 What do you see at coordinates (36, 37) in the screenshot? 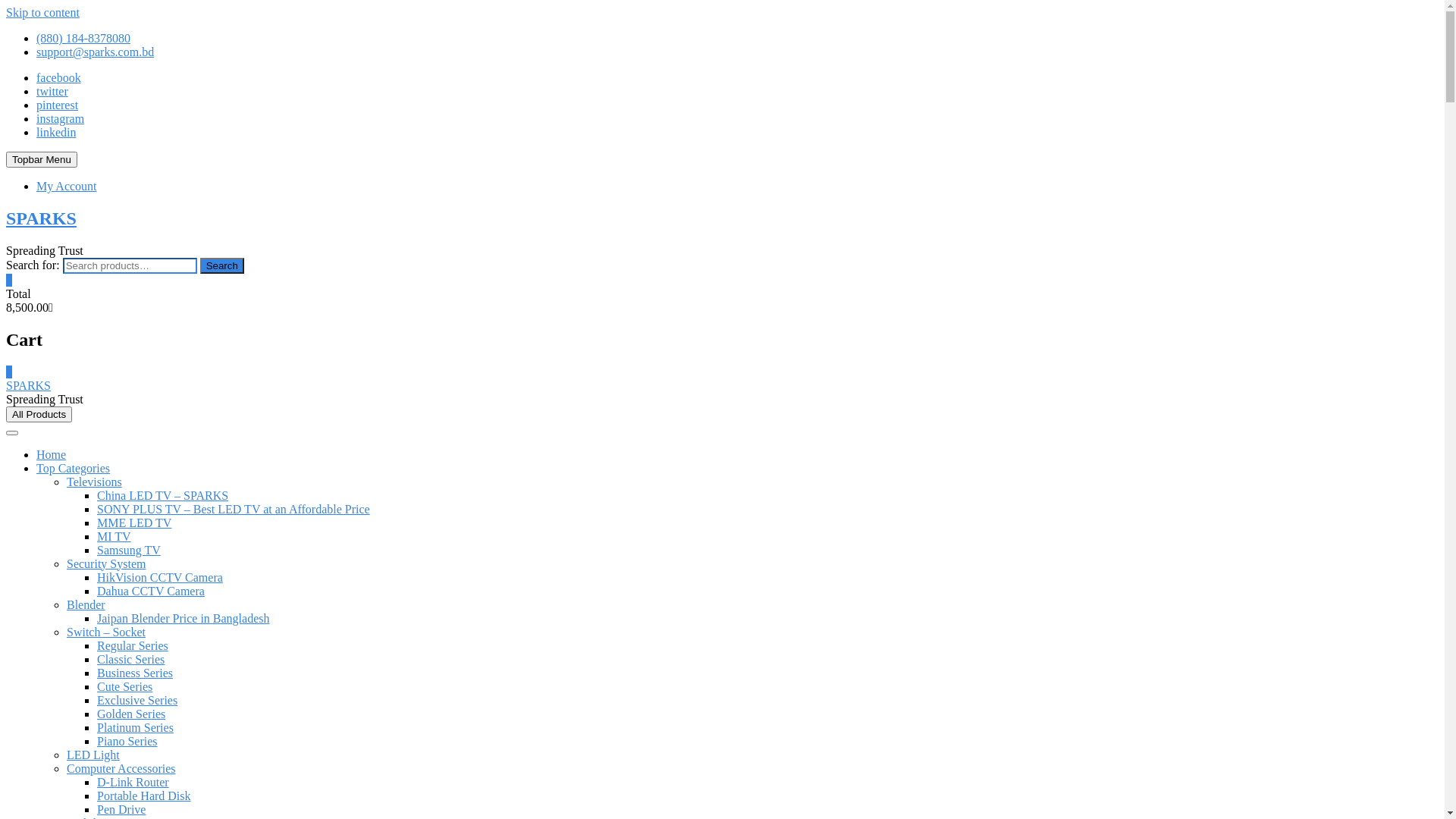
I see `'(880) 184-8378080'` at bounding box center [36, 37].